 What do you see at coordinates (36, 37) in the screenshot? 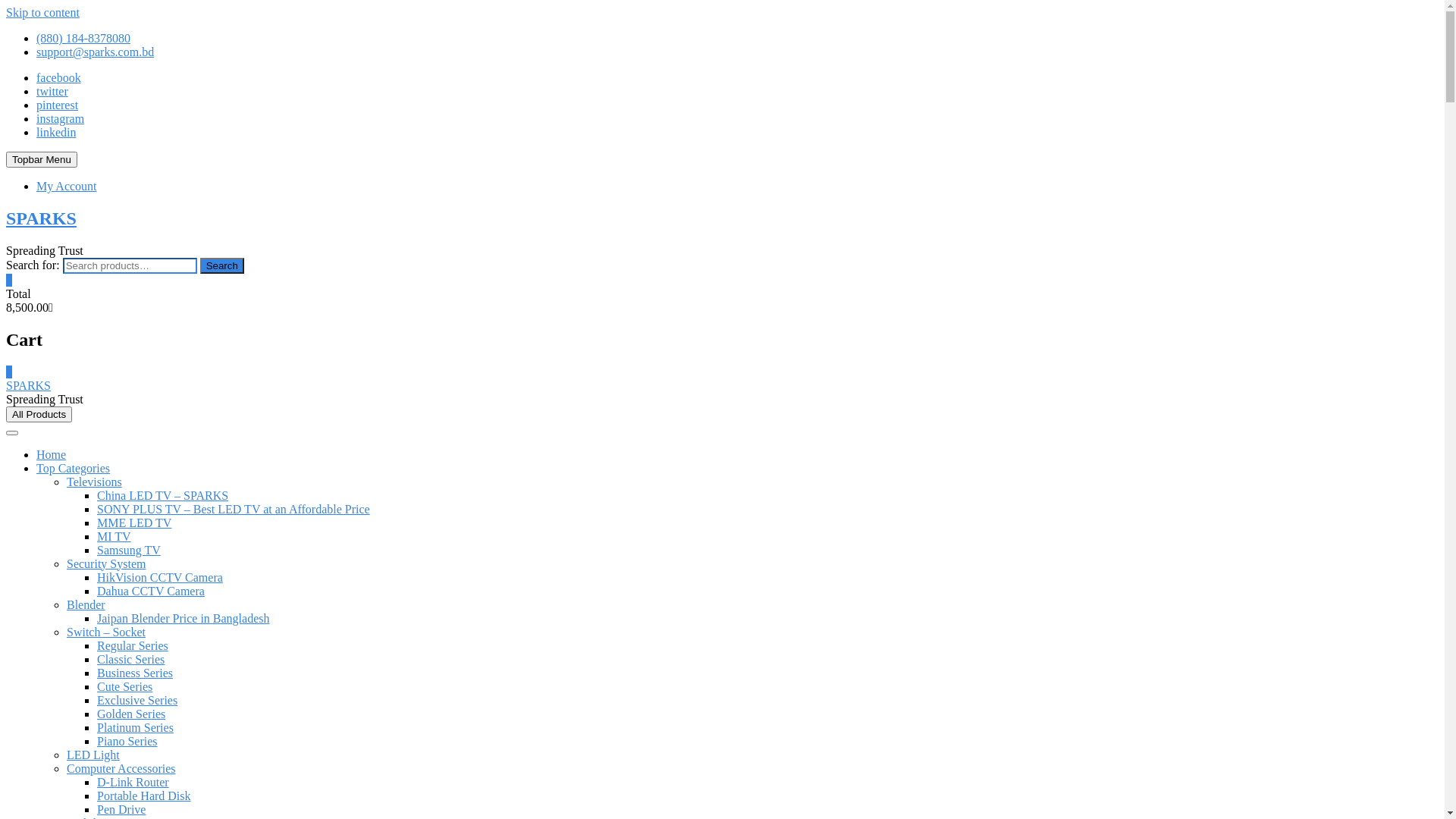
I see `'(880) 184-8378080'` at bounding box center [36, 37].